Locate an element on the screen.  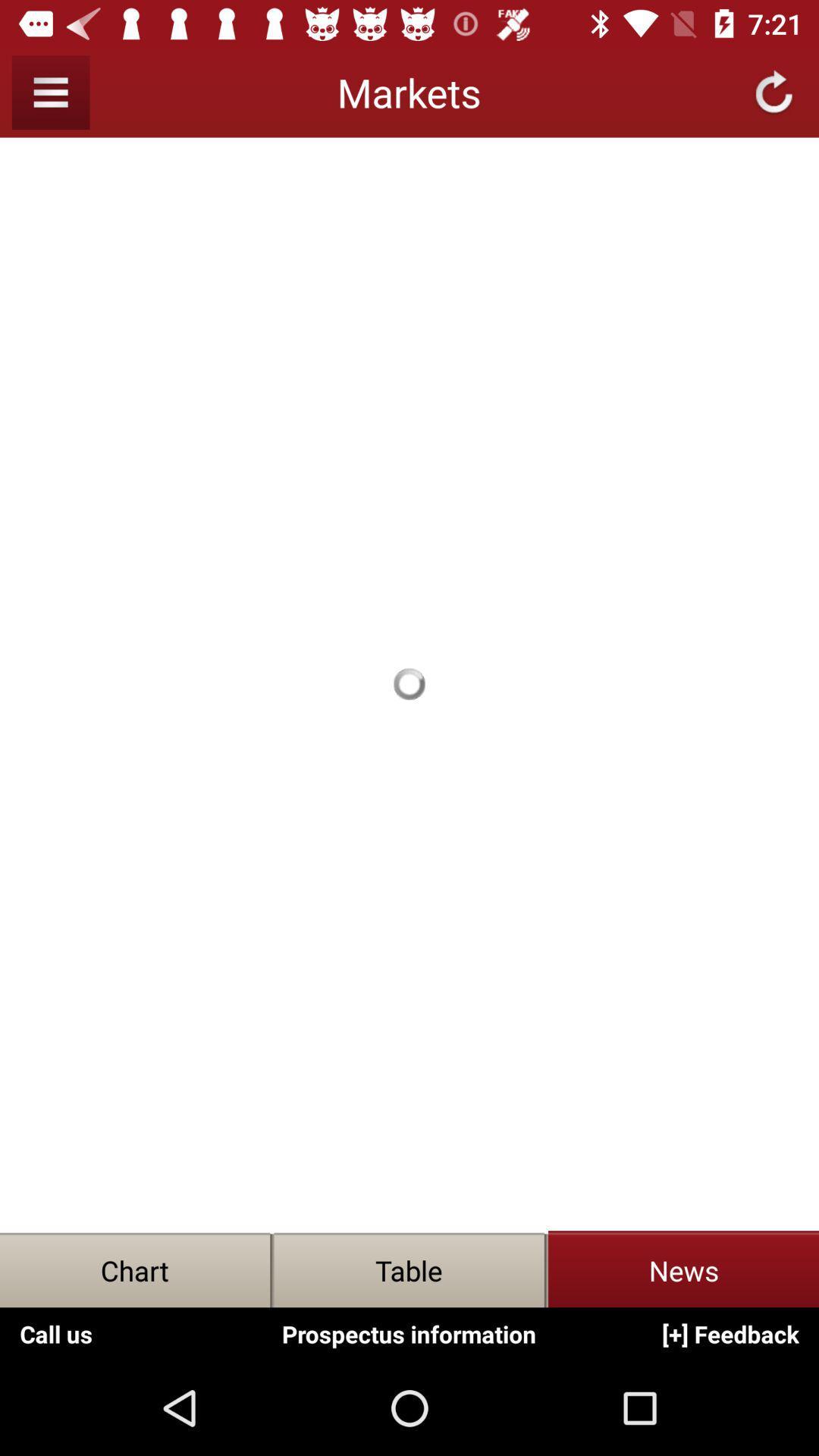
the refresh icon is located at coordinates (774, 92).